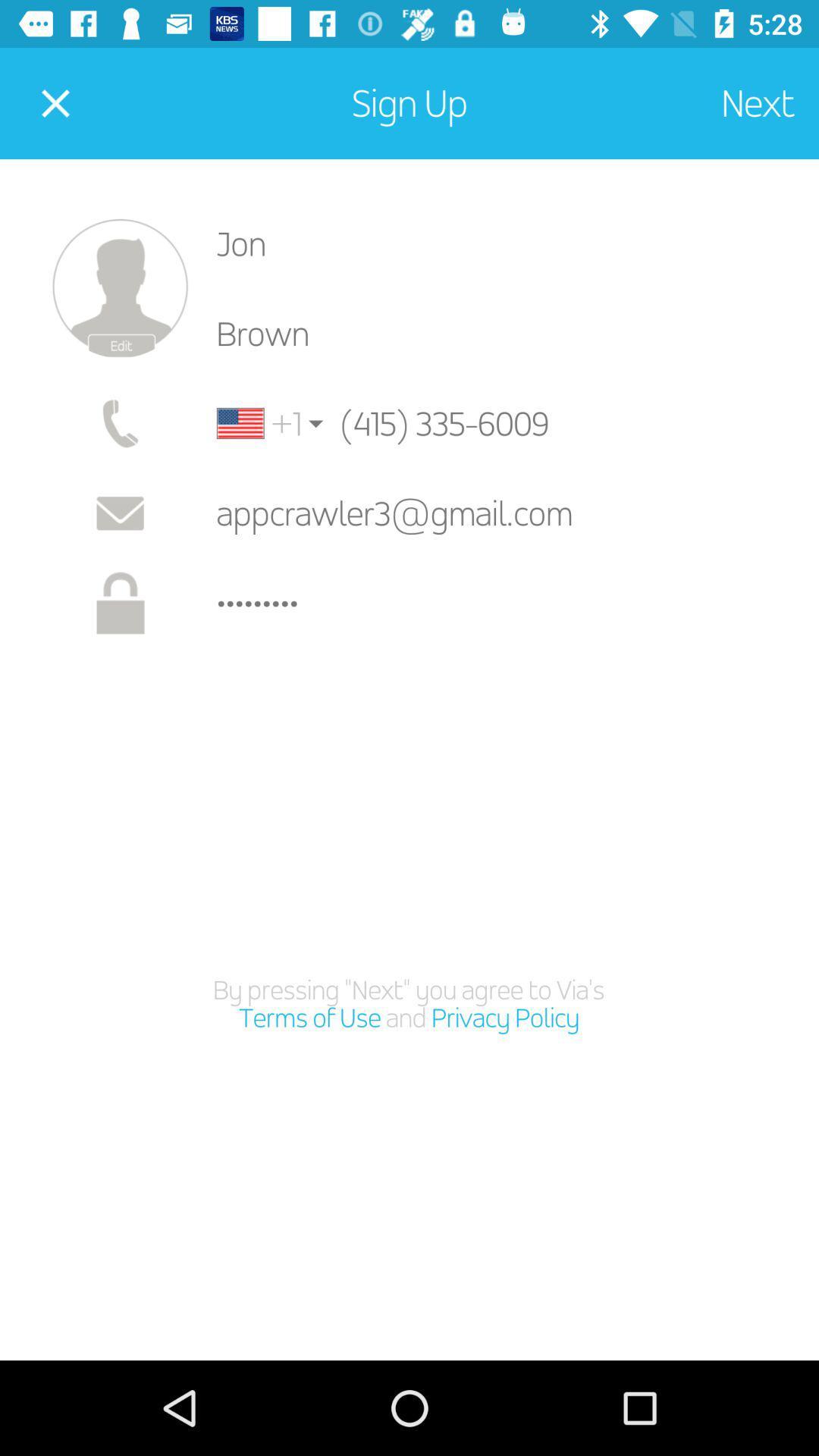 The height and width of the screenshot is (1456, 819). What do you see at coordinates (506, 333) in the screenshot?
I see `brown` at bounding box center [506, 333].